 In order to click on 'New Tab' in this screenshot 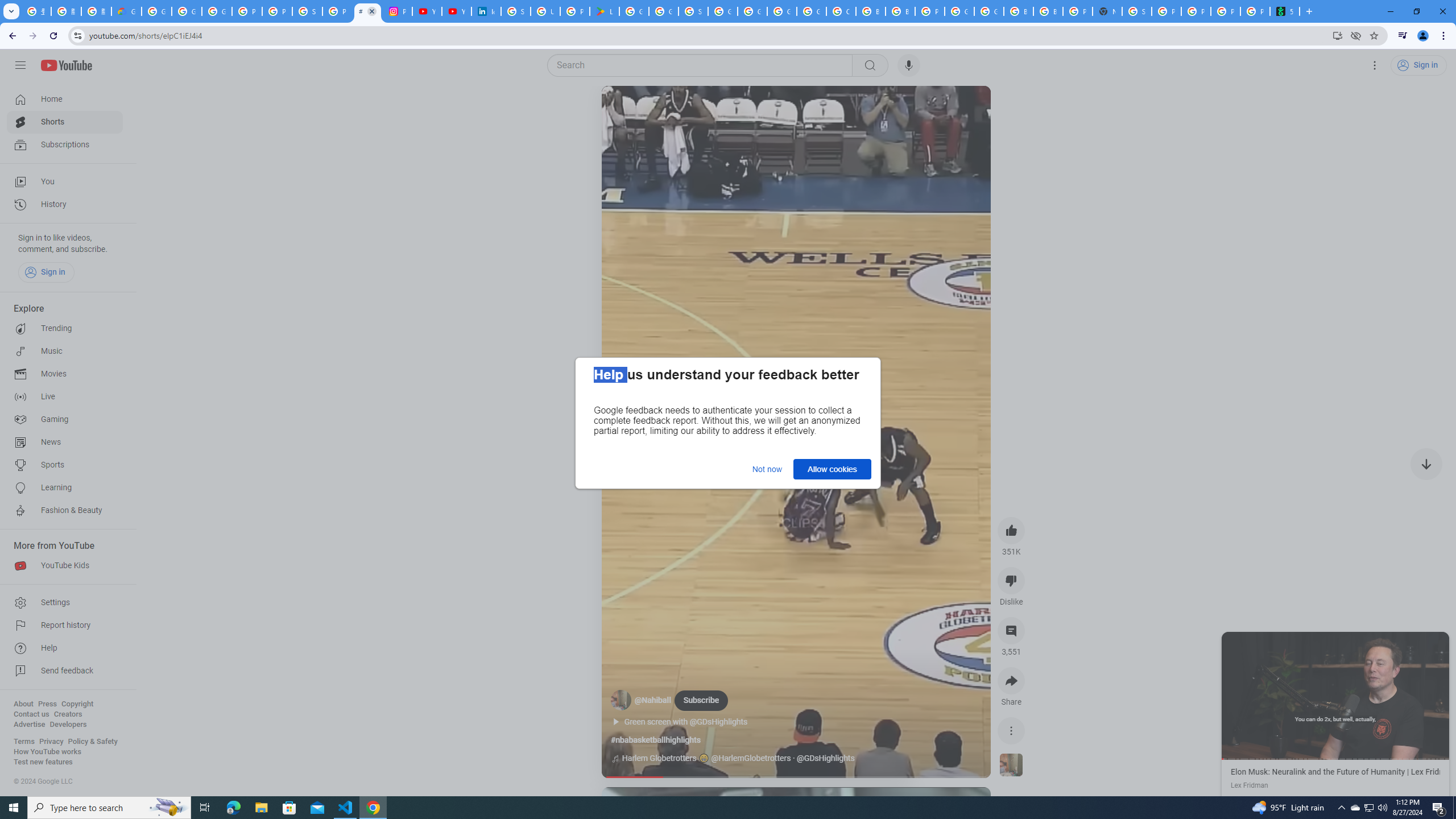, I will do `click(1106, 11)`.